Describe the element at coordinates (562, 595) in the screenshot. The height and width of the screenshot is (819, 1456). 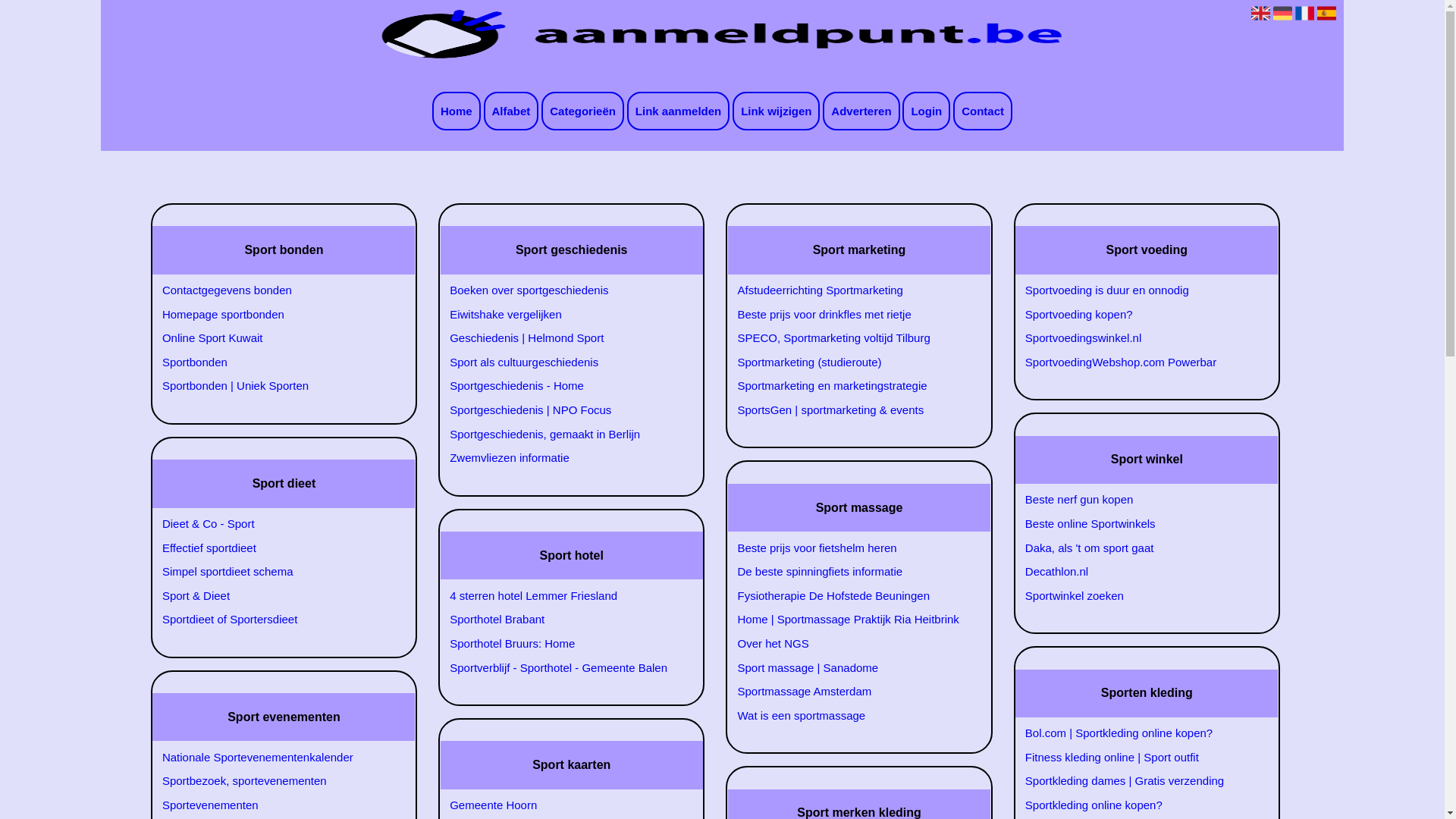
I see `'4 sterren hotel Lemmer Friesland'` at that location.